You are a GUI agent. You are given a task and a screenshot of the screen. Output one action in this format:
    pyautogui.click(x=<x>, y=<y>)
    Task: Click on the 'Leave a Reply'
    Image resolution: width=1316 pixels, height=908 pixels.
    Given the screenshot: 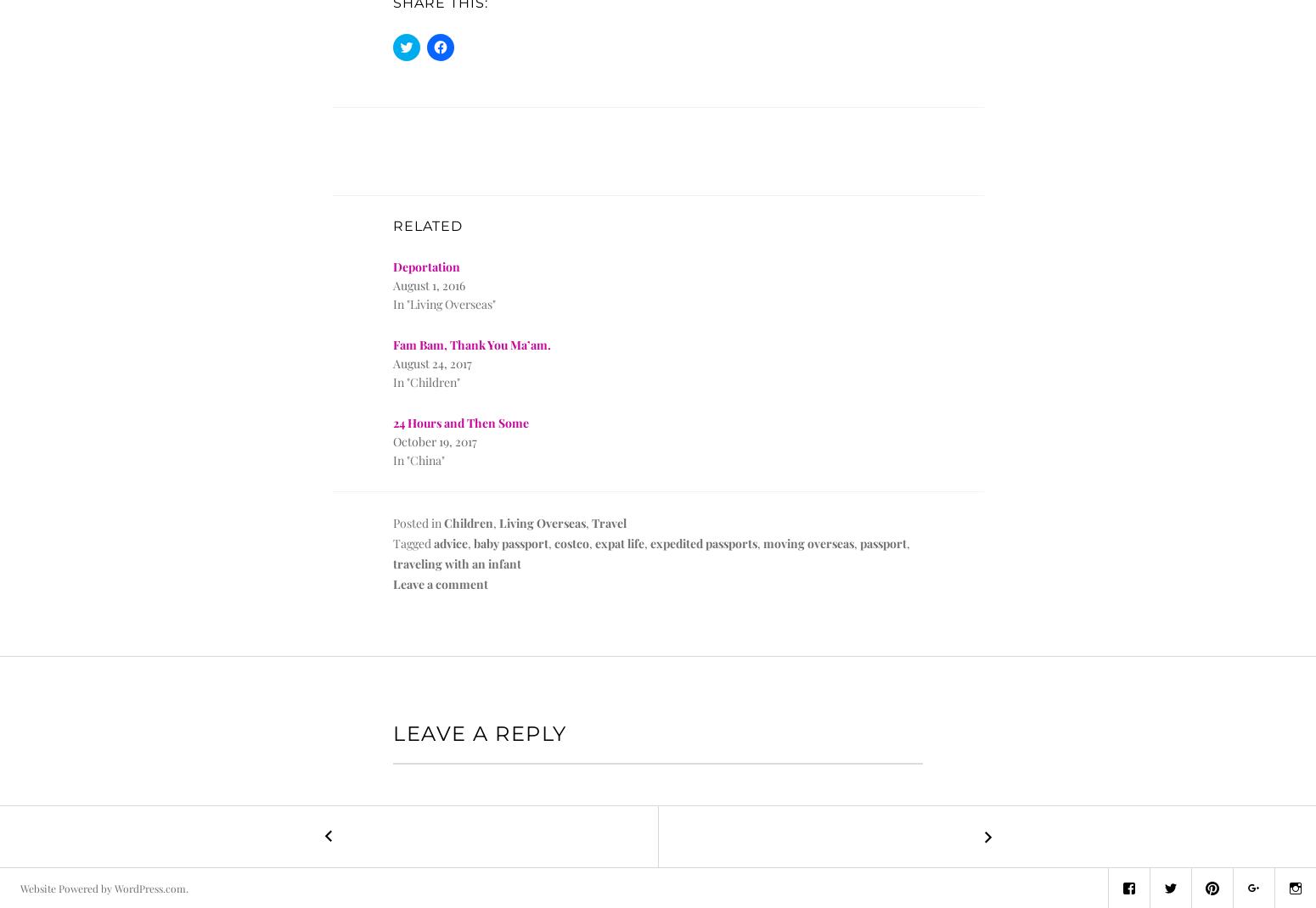 What is the action you would take?
    pyautogui.click(x=479, y=733)
    